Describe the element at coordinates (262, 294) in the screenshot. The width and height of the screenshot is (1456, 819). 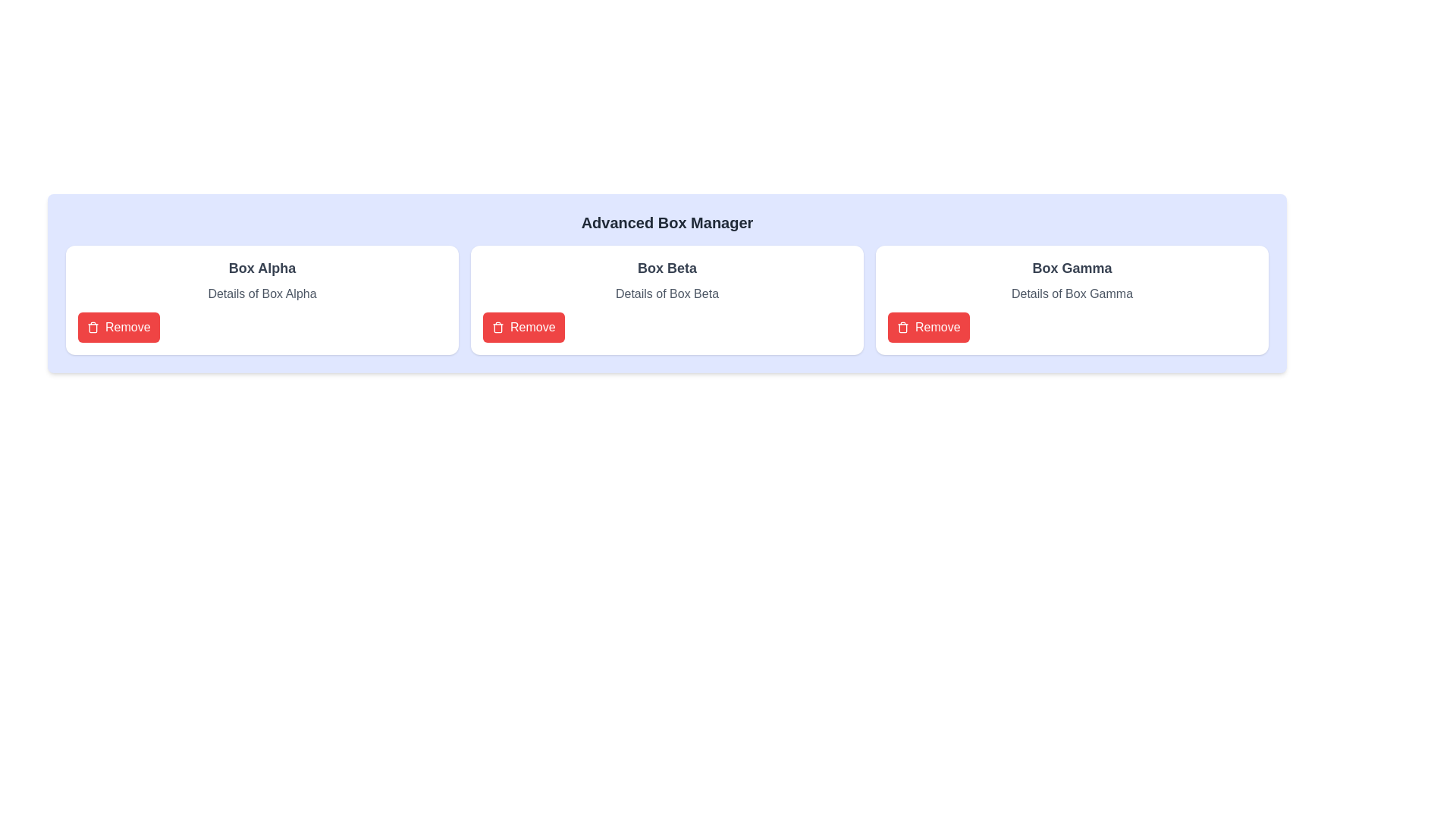
I see `the descriptive text label located beneath the title 'Box Alpha' and above the 'Remove' button` at that location.